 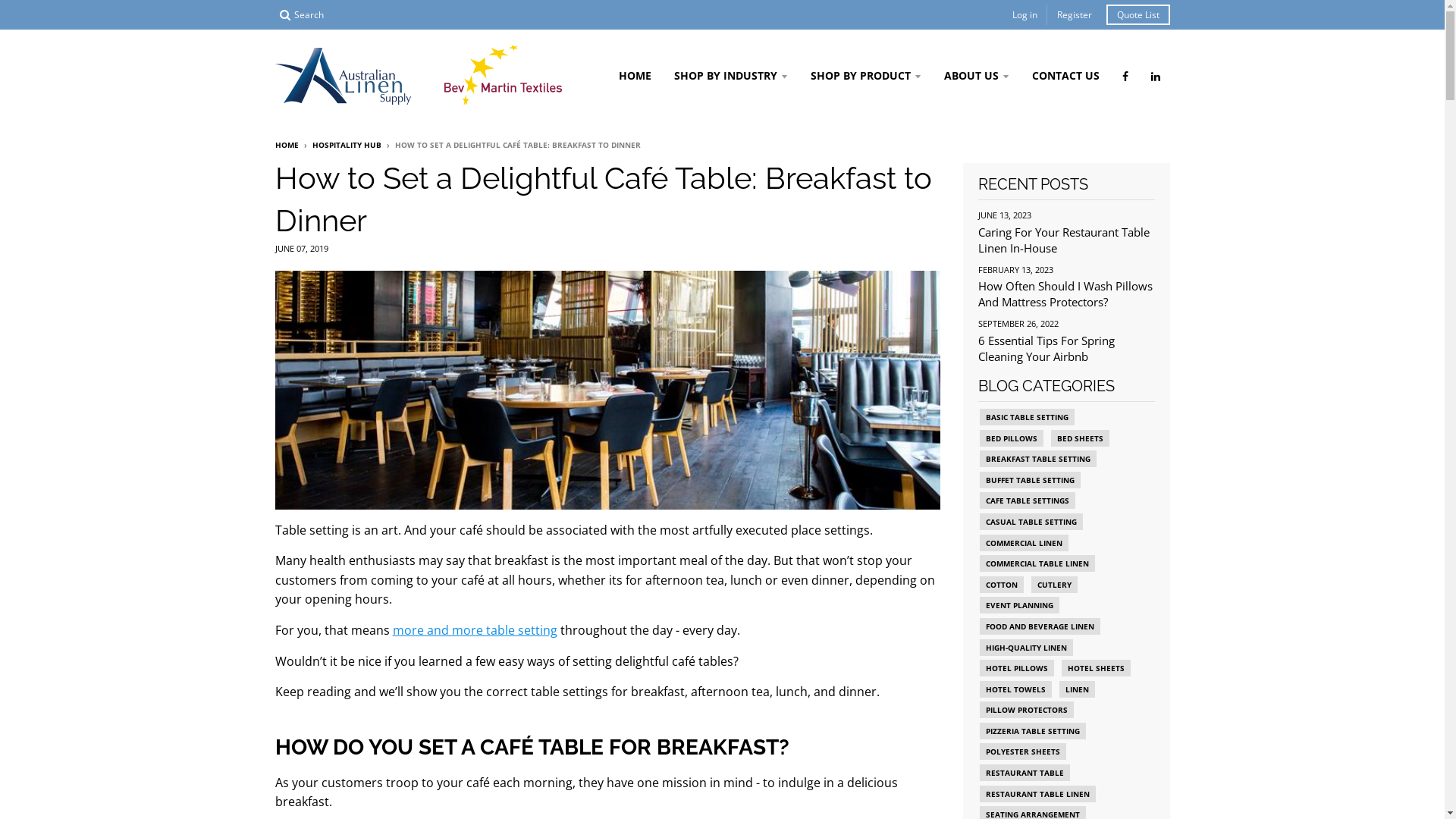 I want to click on 'Register', so click(x=1073, y=14).